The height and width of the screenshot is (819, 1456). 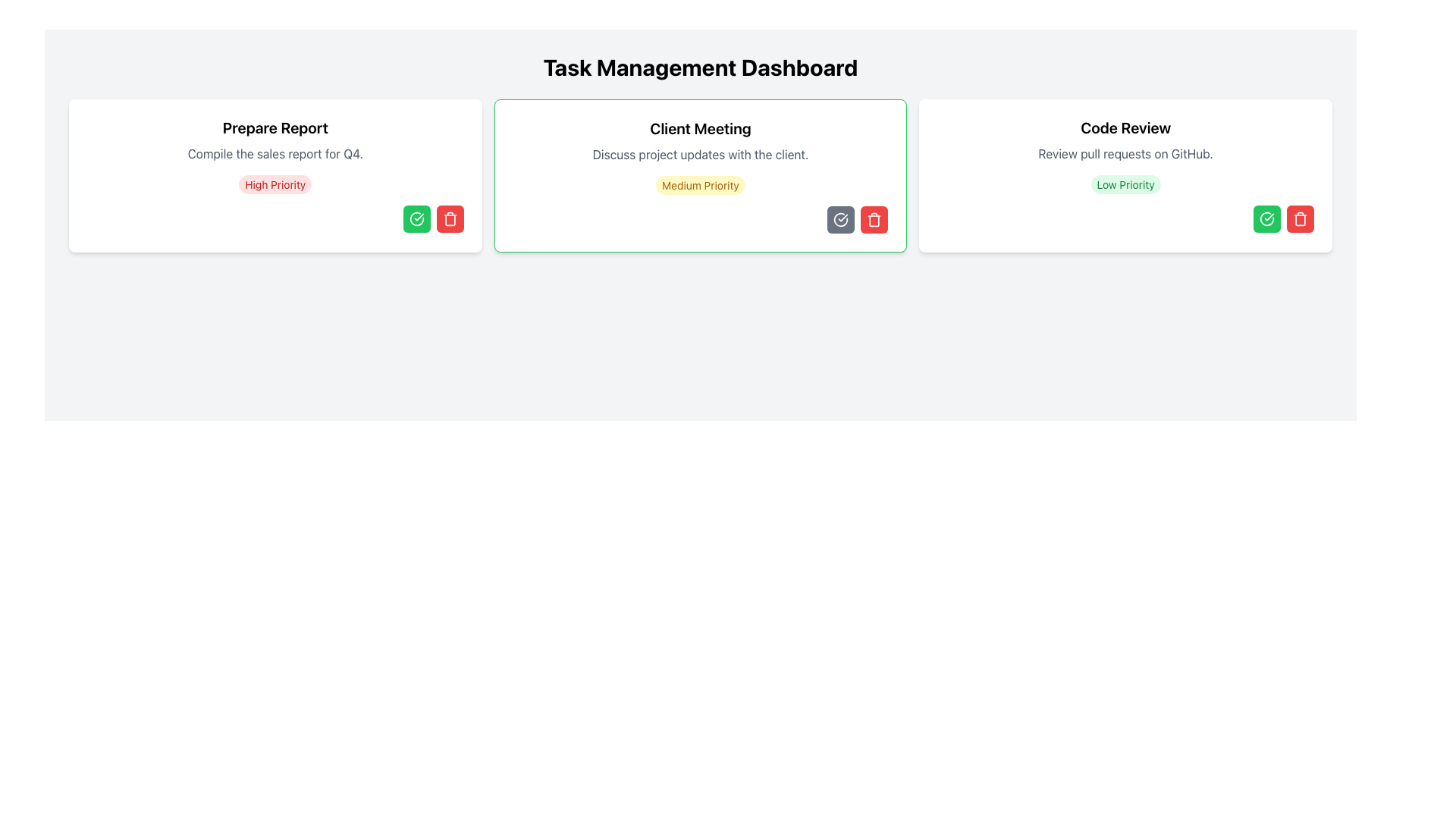 What do you see at coordinates (699, 184) in the screenshot?
I see `the priority level text label for the 'Client Meeting' task, which is located below the subtitle 'Discuss project updates with the client.' in the task management dashboard` at bounding box center [699, 184].